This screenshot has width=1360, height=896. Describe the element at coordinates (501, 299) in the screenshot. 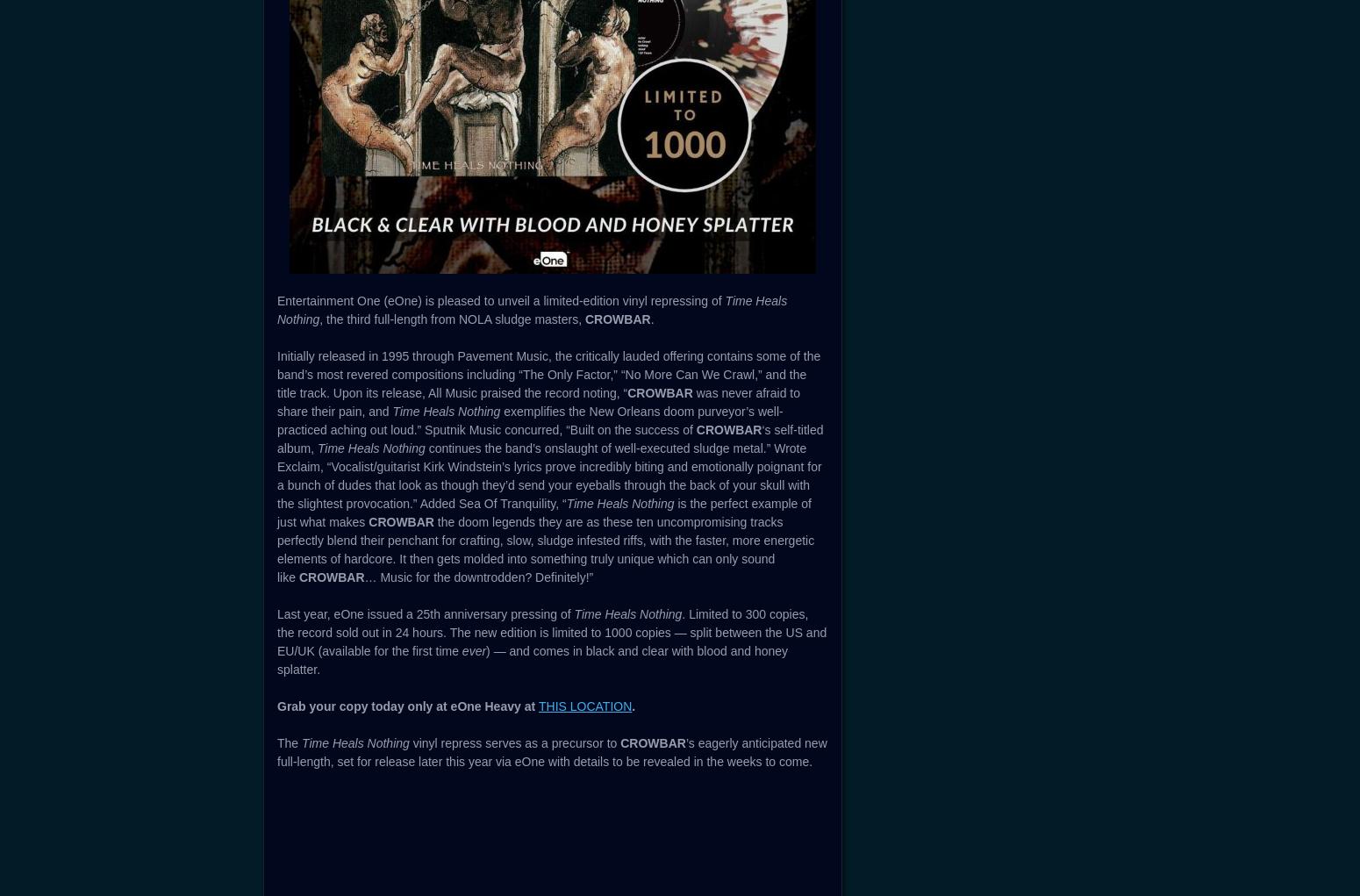

I see `'Entertainment One (eOne) is pleased to unveil a limited-edition vinyl repressing of'` at that location.